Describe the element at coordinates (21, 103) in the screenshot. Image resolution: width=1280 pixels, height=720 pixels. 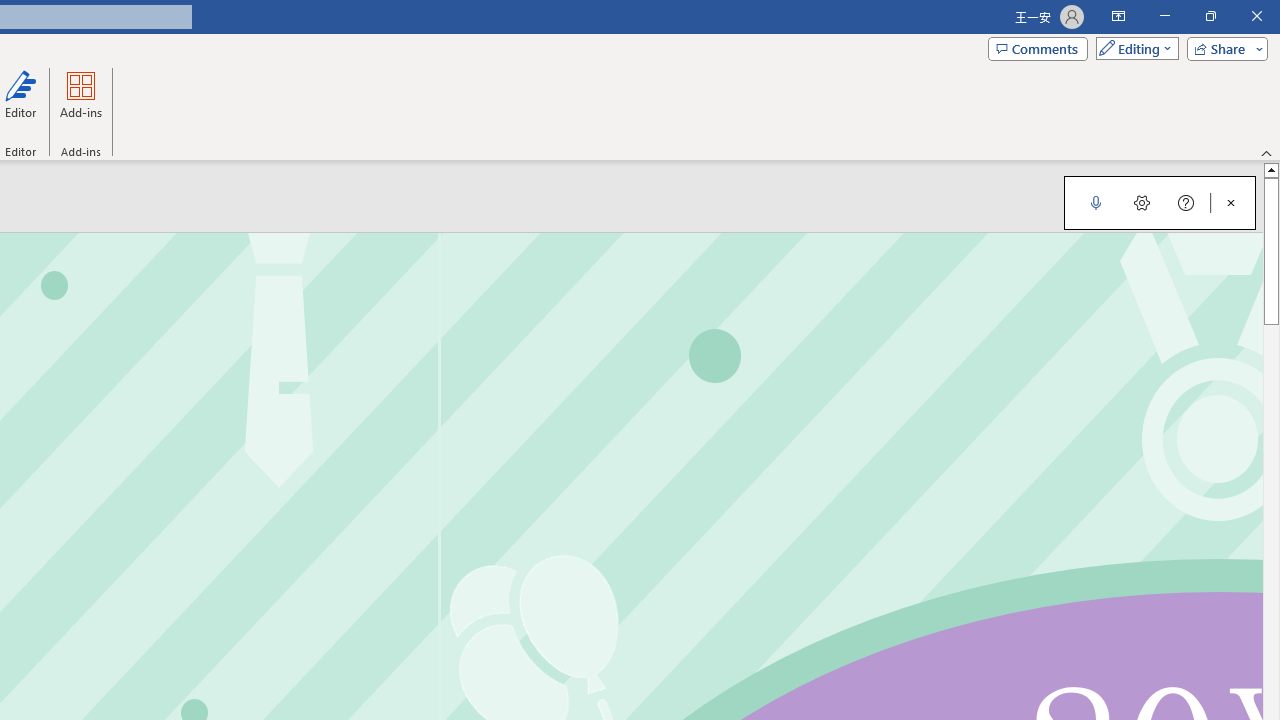
I see `'Editor'` at that location.